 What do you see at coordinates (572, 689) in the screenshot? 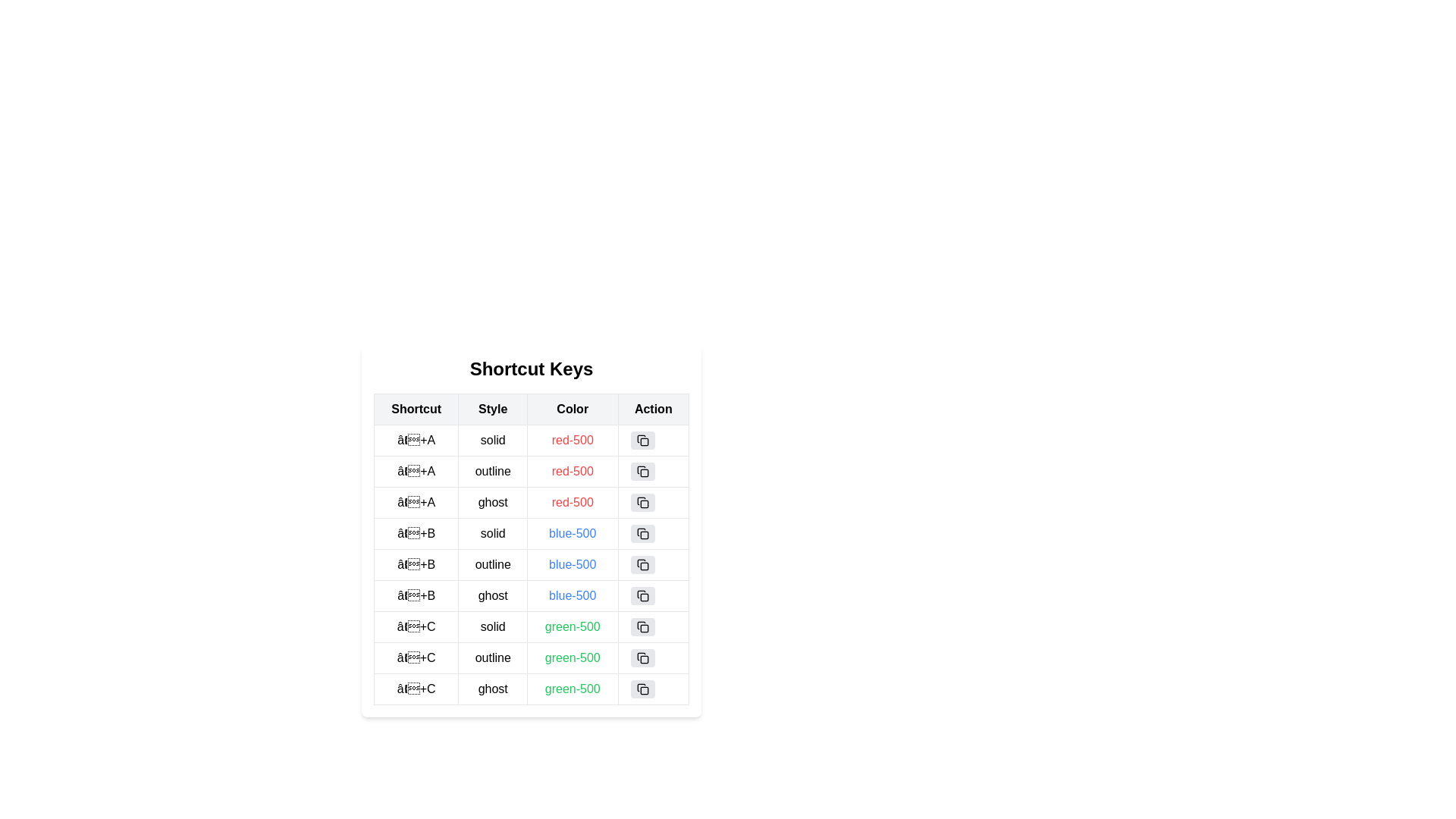
I see `text from the color label in the last row of the table under the 'Color' column, which conveys the styling option 'green-500'` at bounding box center [572, 689].